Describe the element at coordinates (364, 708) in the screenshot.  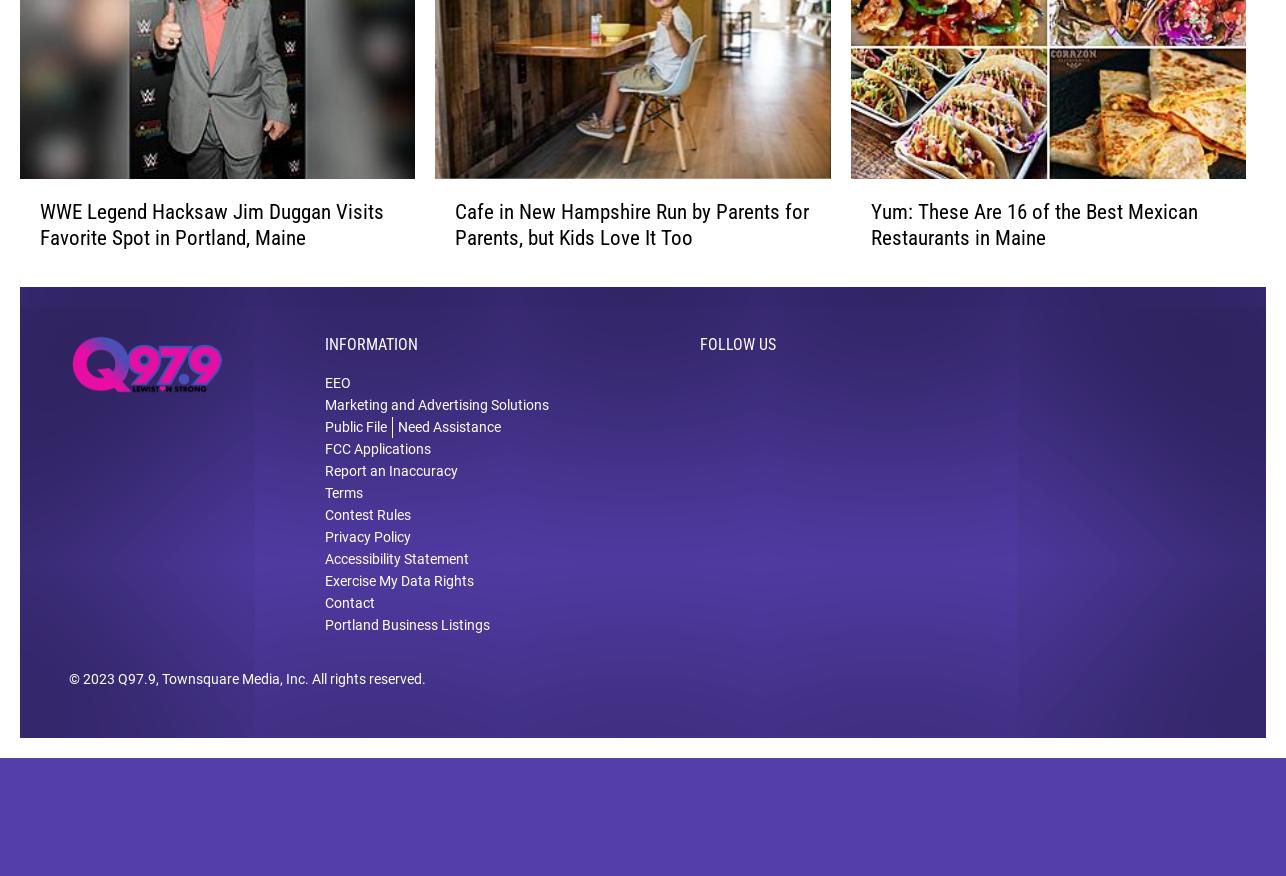
I see `'. All rights reserved.'` at that location.